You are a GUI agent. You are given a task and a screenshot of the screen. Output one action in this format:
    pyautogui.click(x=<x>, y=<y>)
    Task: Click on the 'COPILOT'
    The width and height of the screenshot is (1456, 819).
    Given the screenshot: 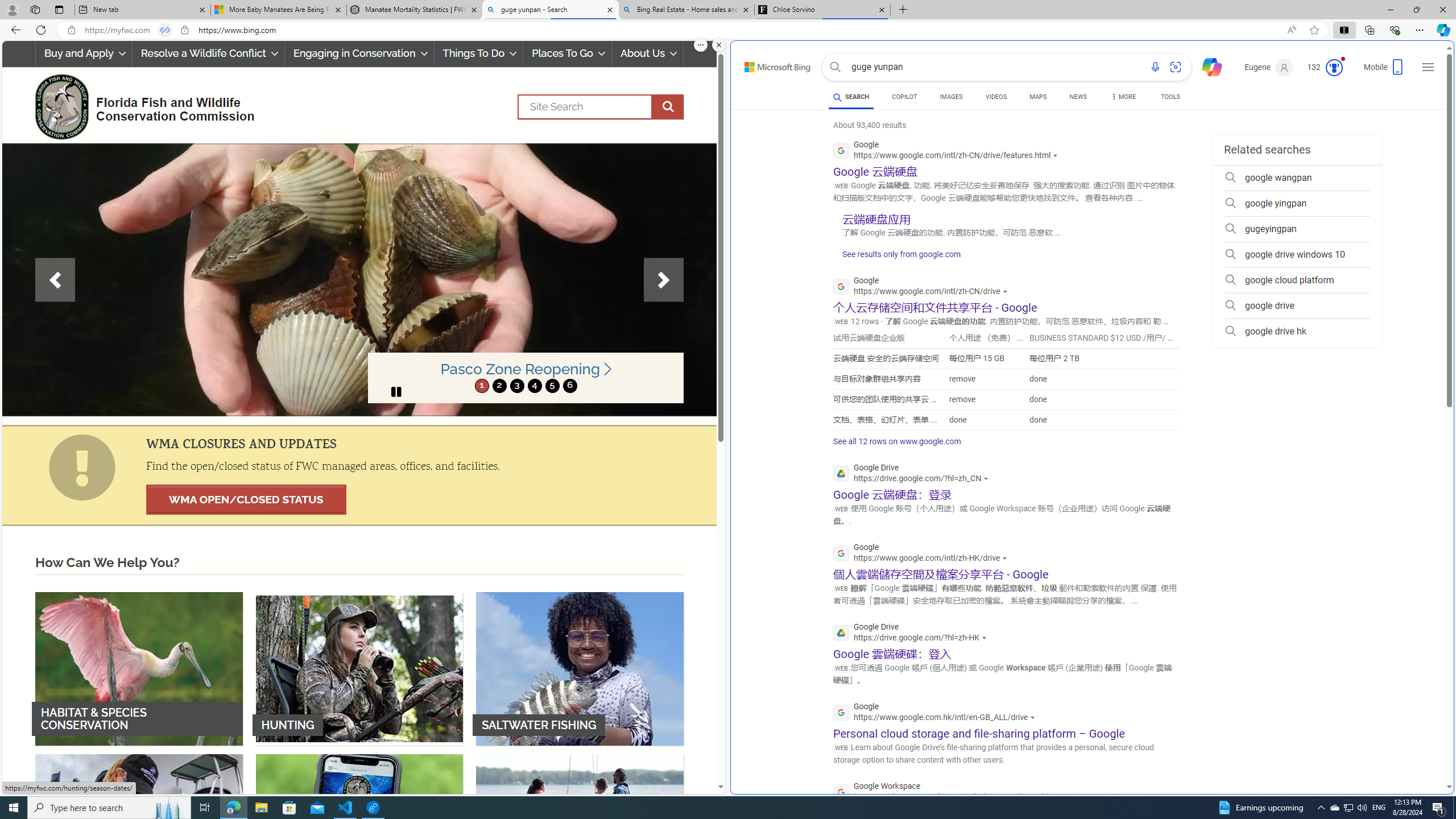 What is the action you would take?
    pyautogui.click(x=904, y=98)
    